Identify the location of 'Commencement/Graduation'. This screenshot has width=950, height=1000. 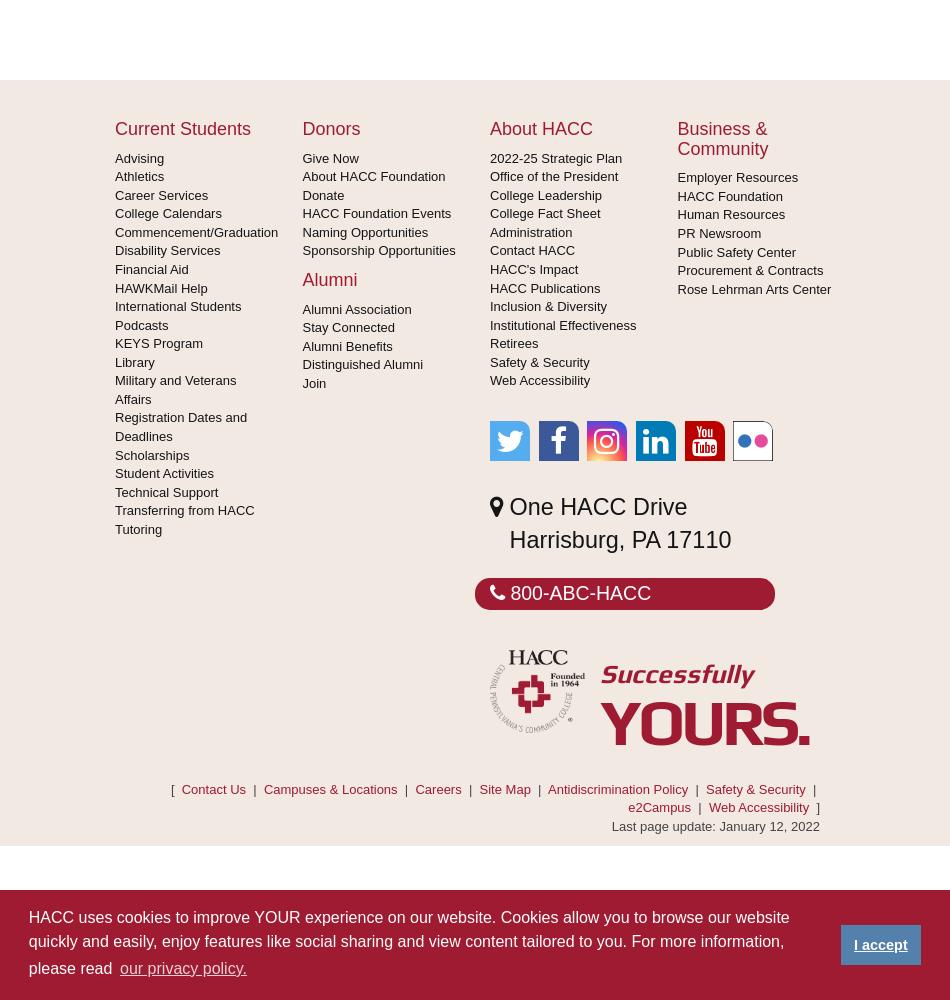
(196, 230).